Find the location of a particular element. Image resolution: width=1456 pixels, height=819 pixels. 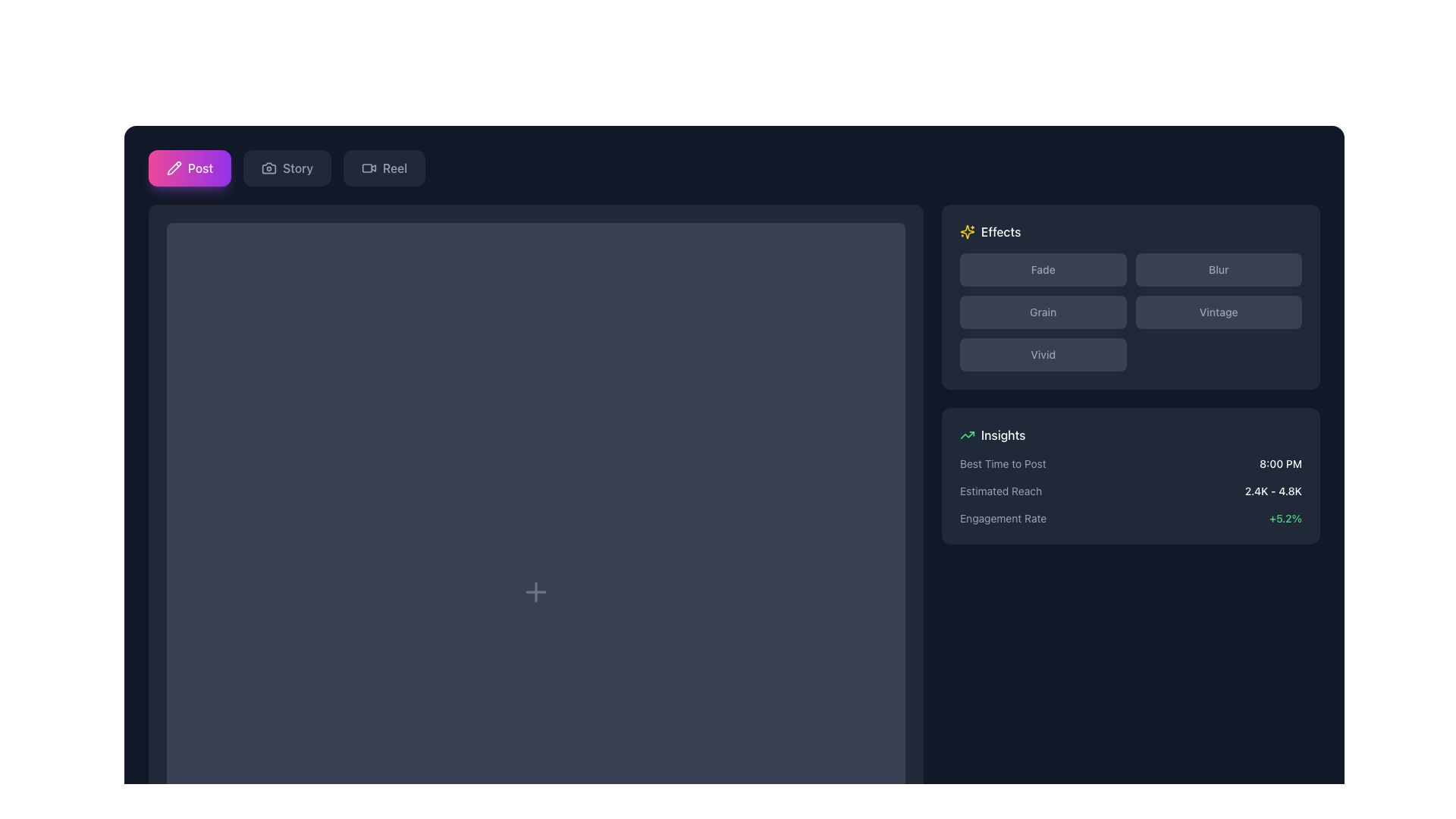

the 'Blur' button, which is the second button in the grid layout located on the right side in the first row is located at coordinates (1219, 268).